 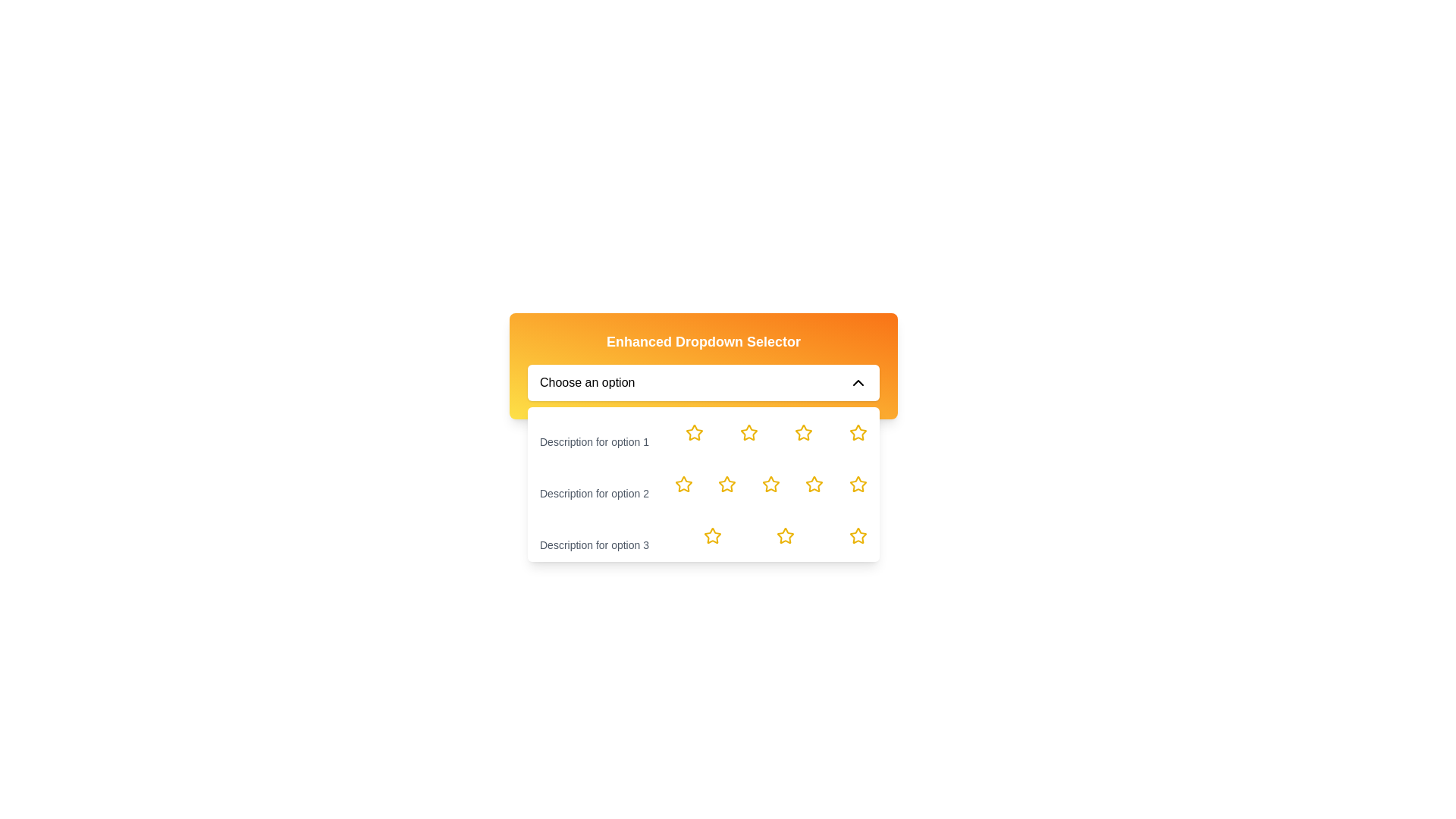 What do you see at coordinates (693, 432) in the screenshot?
I see `the first star icon button in the Enhanced Dropdown Selector` at bounding box center [693, 432].